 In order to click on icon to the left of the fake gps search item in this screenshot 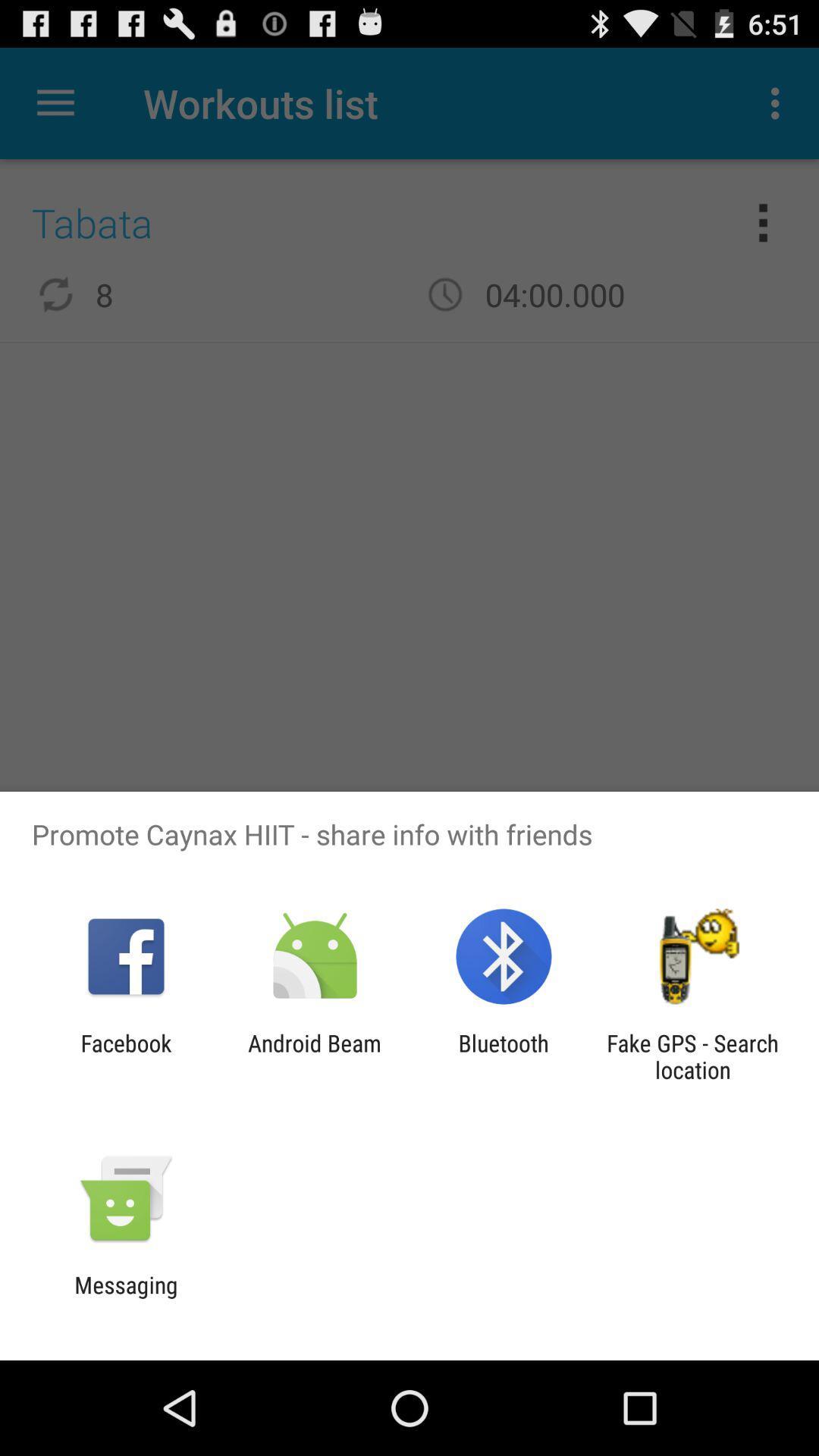, I will do `click(504, 1056)`.